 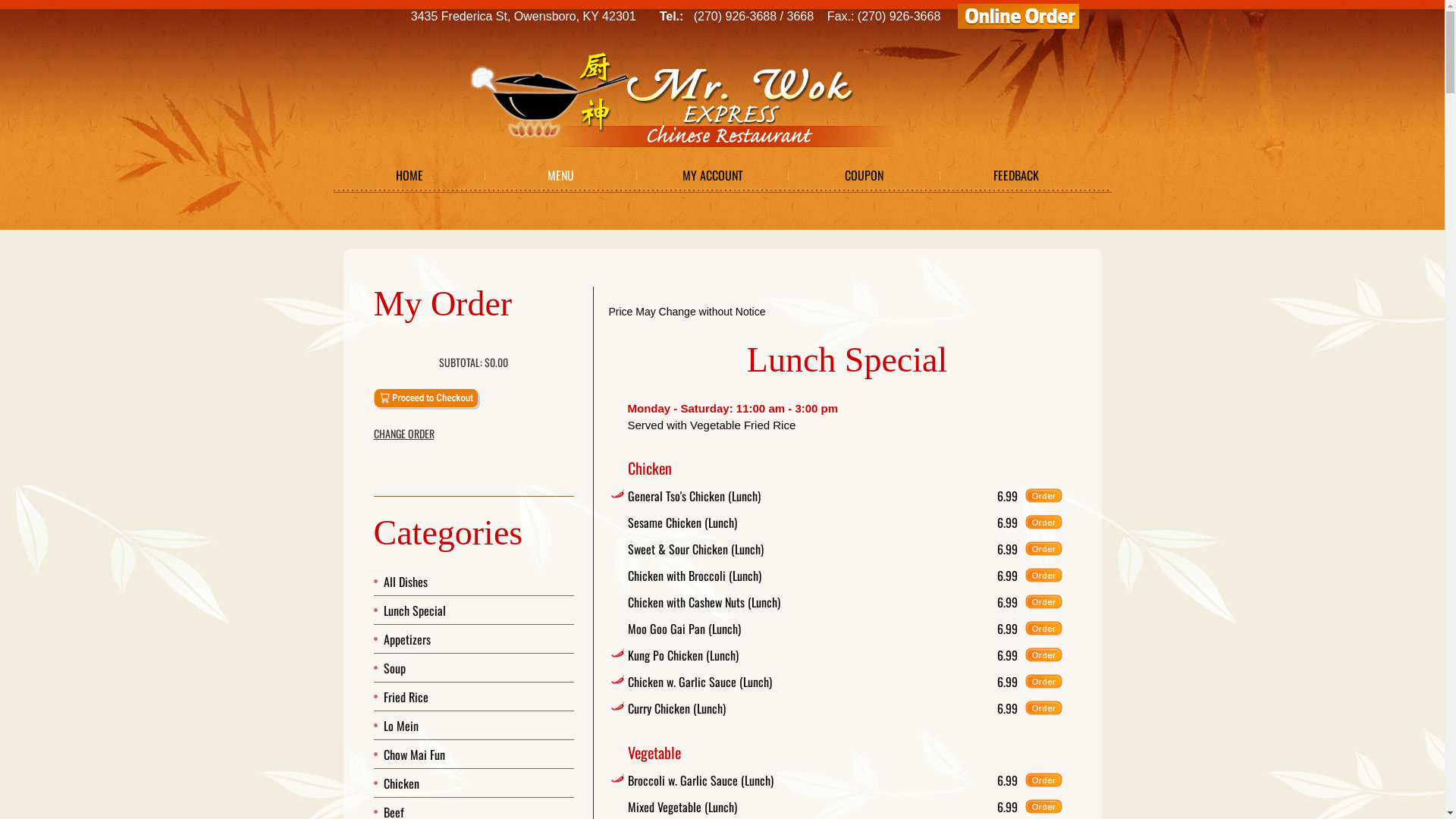 I want to click on 'CHANGE ORDER', so click(x=472, y=433).